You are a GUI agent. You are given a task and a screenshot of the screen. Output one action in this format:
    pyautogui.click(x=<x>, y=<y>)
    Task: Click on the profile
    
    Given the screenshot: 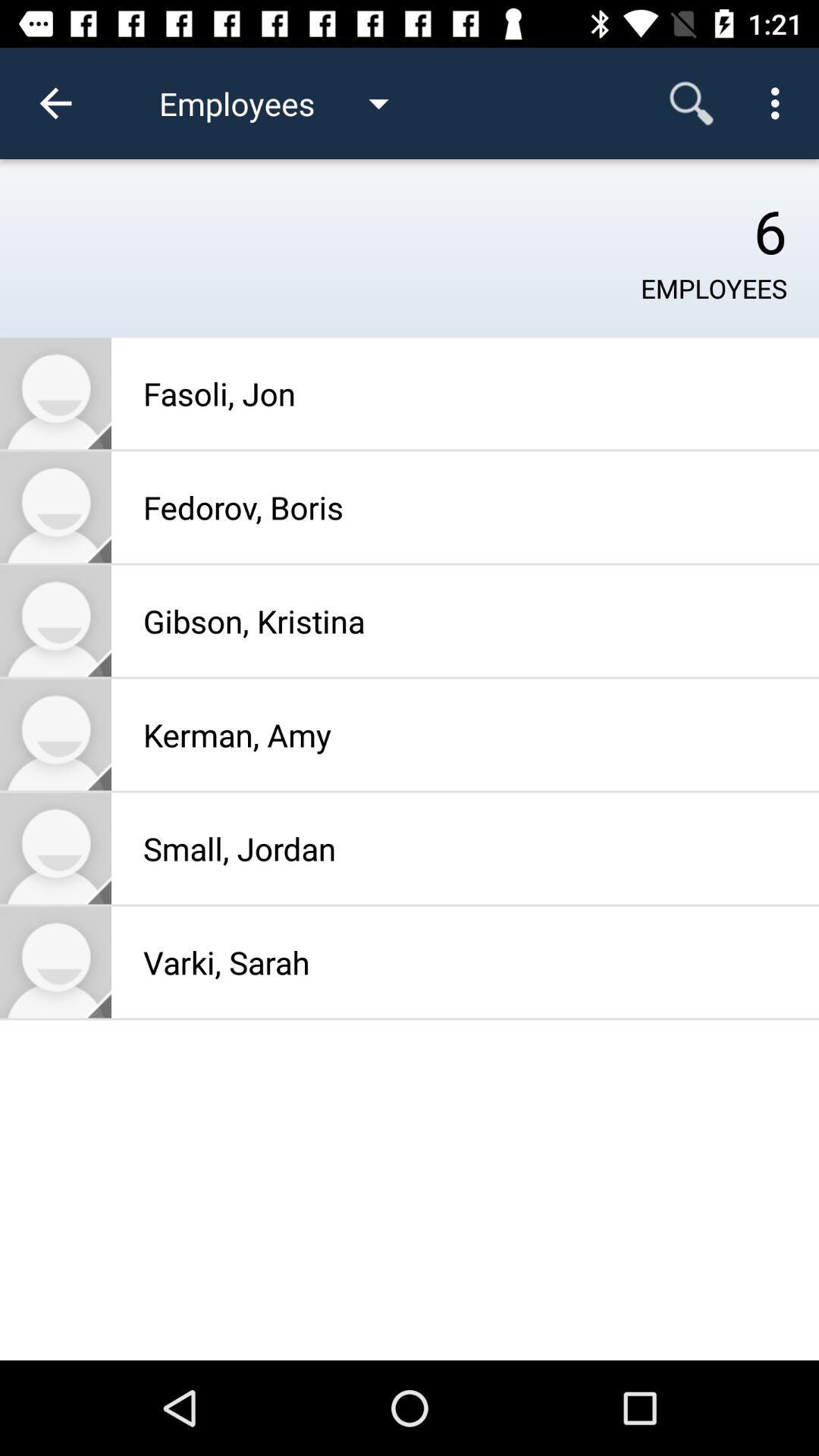 What is the action you would take?
    pyautogui.click(x=55, y=735)
    